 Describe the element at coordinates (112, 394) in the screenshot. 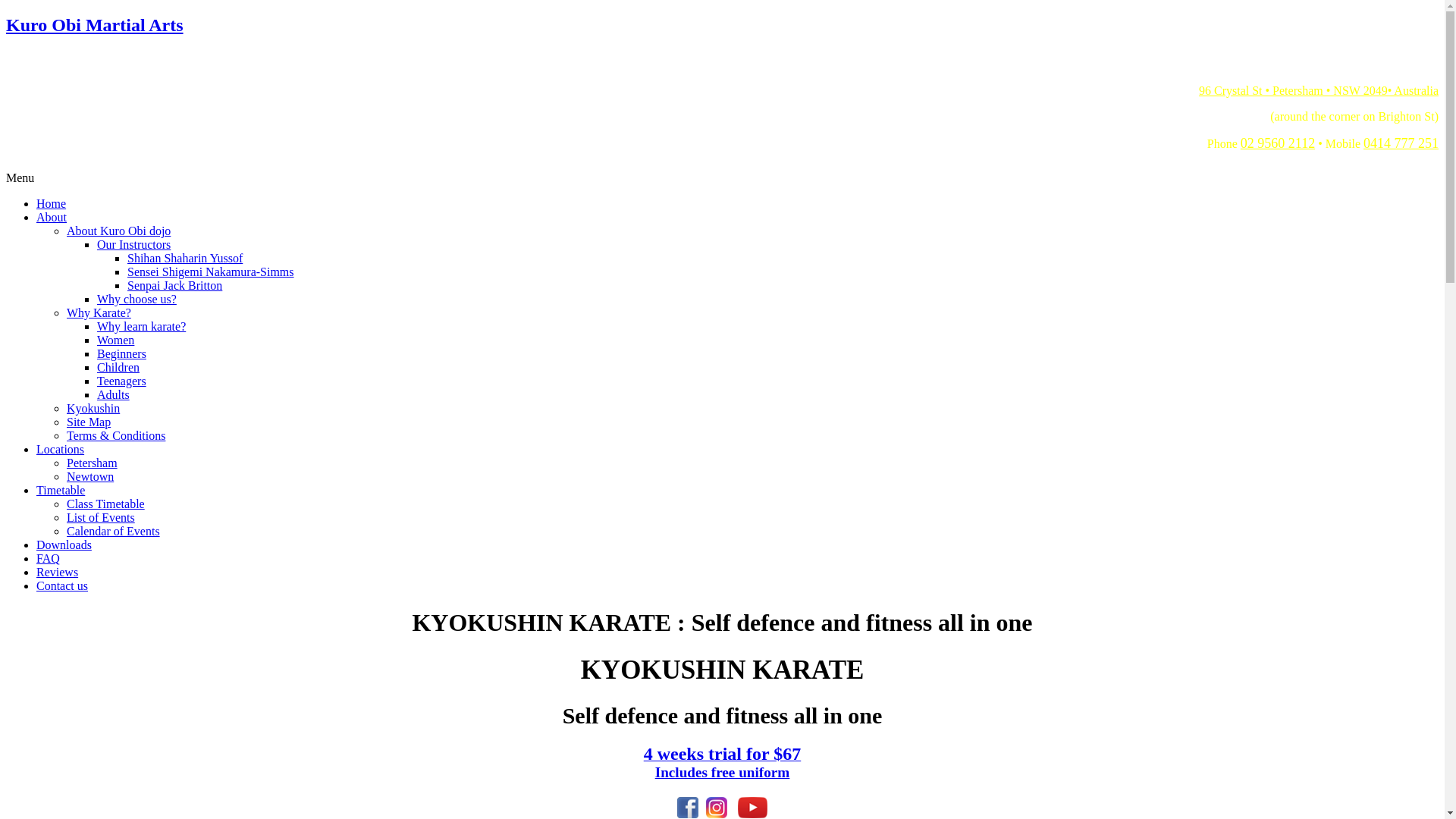

I see `'Adults'` at that location.